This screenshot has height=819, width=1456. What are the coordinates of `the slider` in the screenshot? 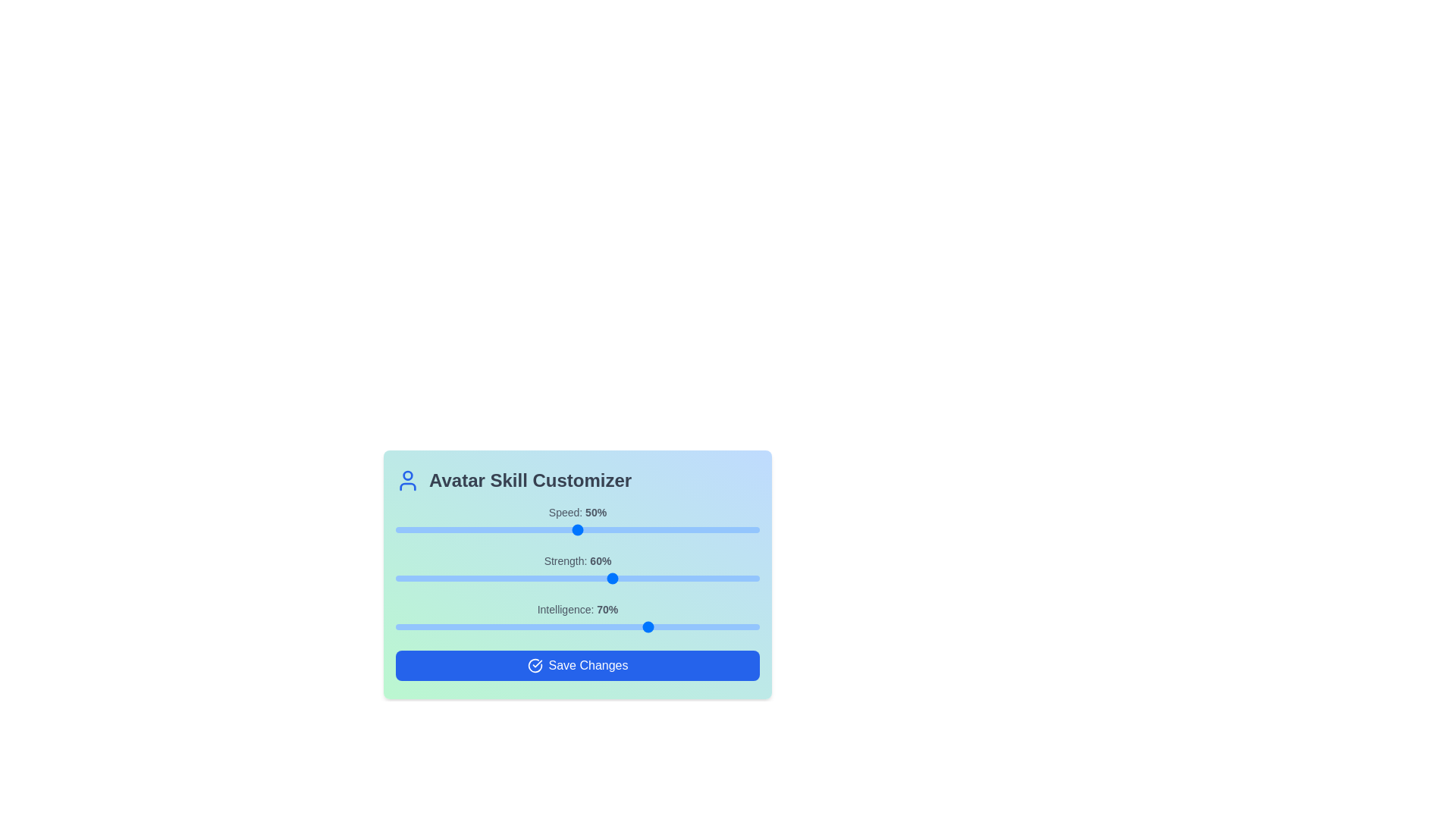 It's located at (719, 626).